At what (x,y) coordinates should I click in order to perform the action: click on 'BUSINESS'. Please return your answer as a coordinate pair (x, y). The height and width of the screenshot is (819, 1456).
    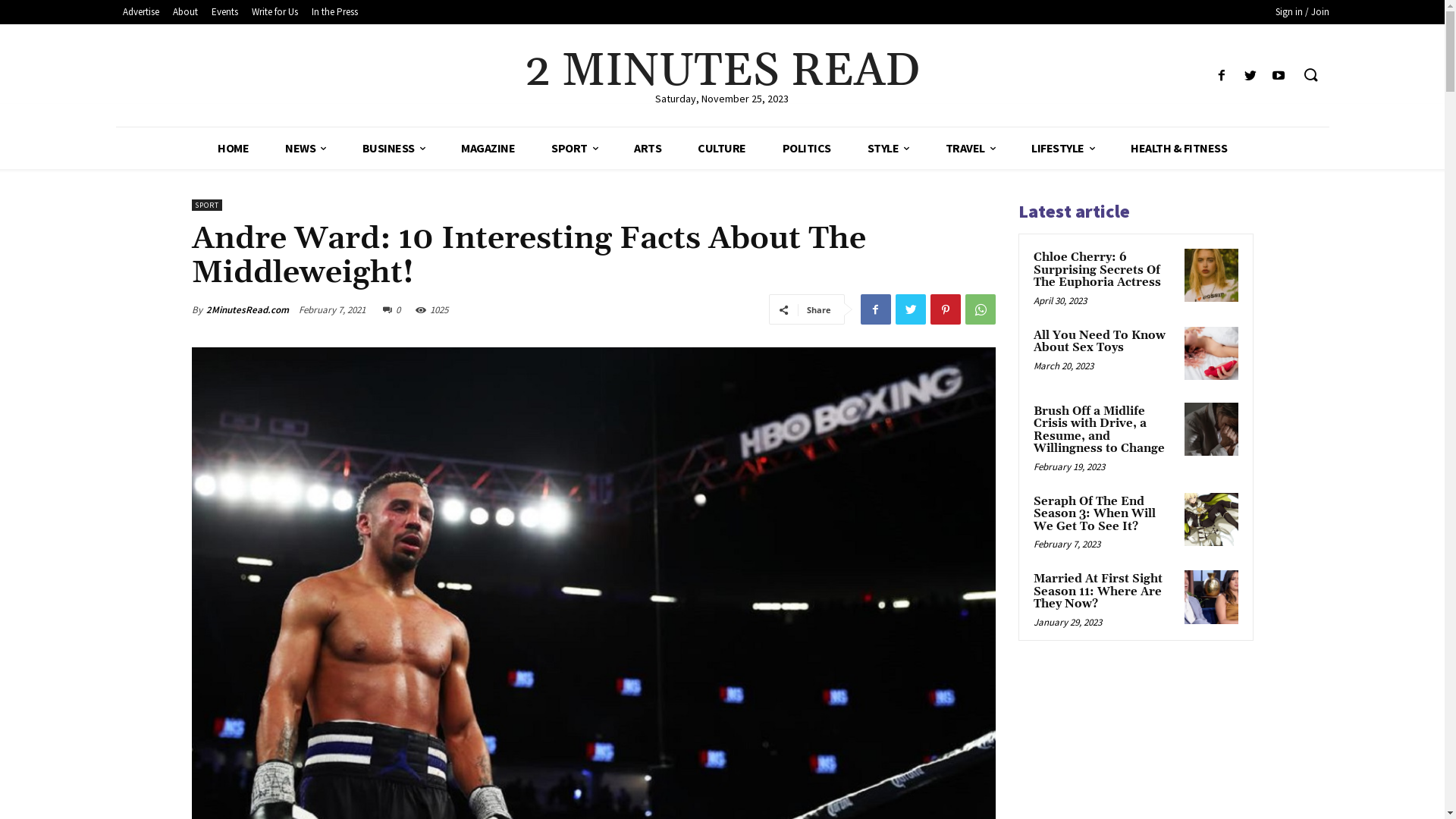
    Looking at the image, I should click on (344, 148).